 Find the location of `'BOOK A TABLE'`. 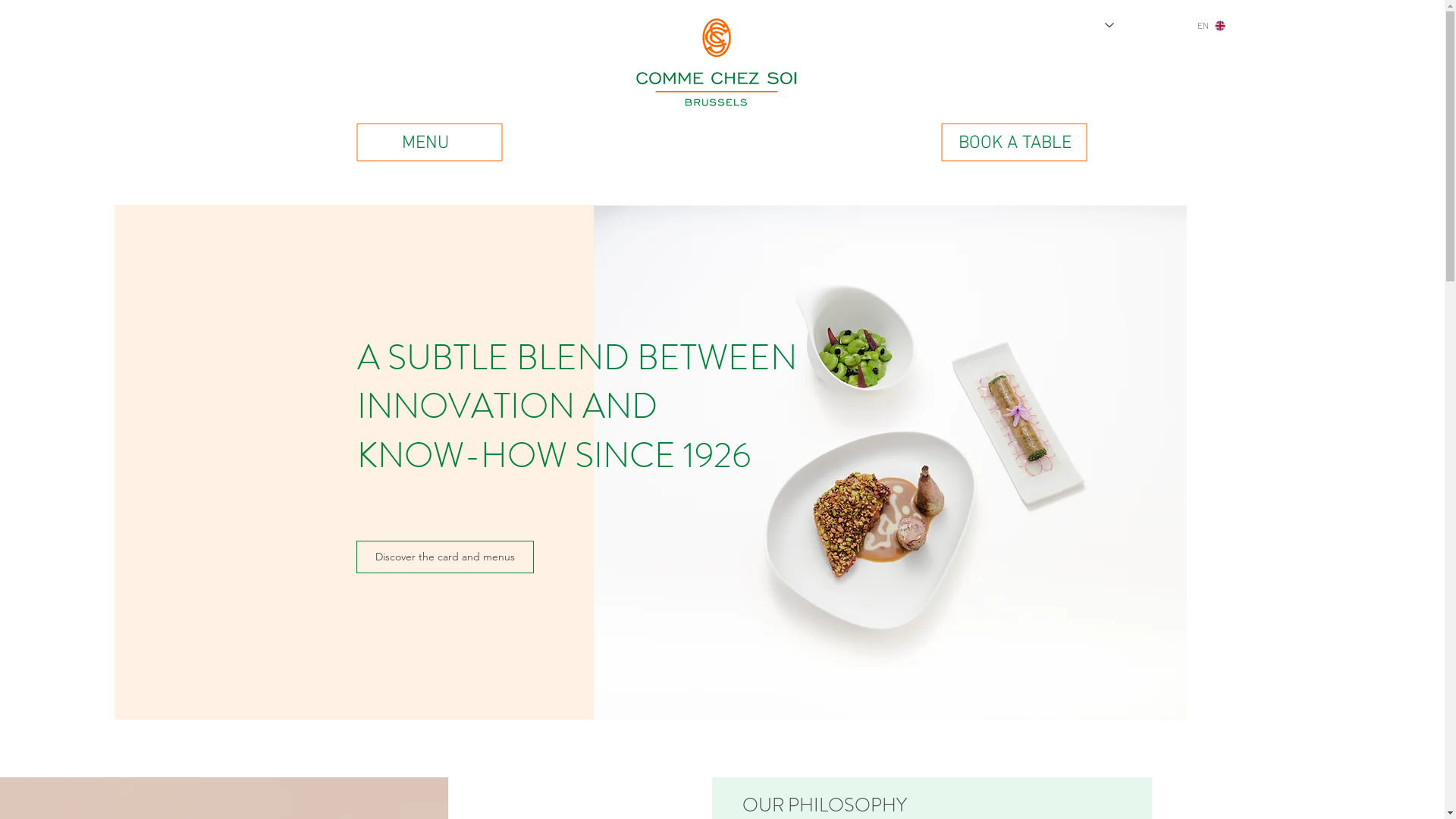

'BOOK A TABLE' is located at coordinates (1015, 141).